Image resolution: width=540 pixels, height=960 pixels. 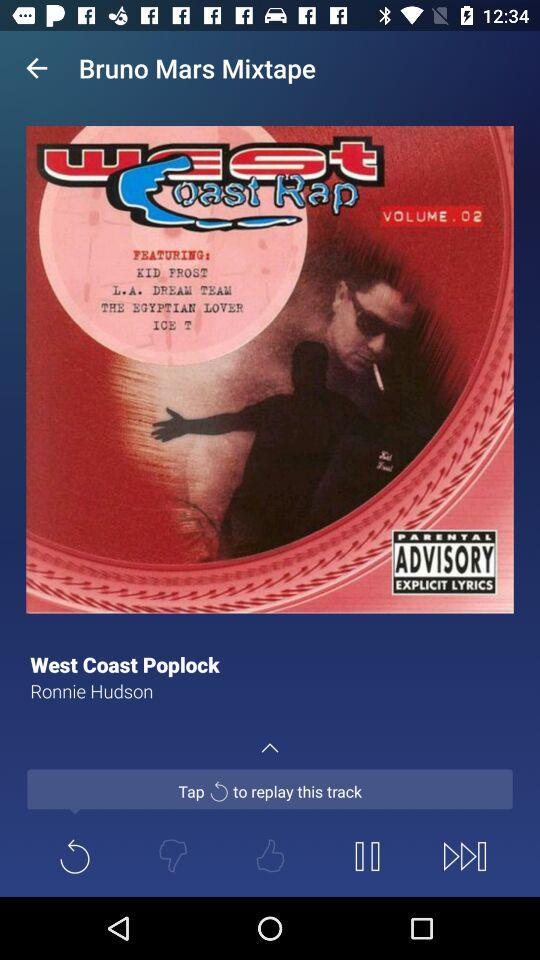 I want to click on the refresh icon, so click(x=74, y=855).